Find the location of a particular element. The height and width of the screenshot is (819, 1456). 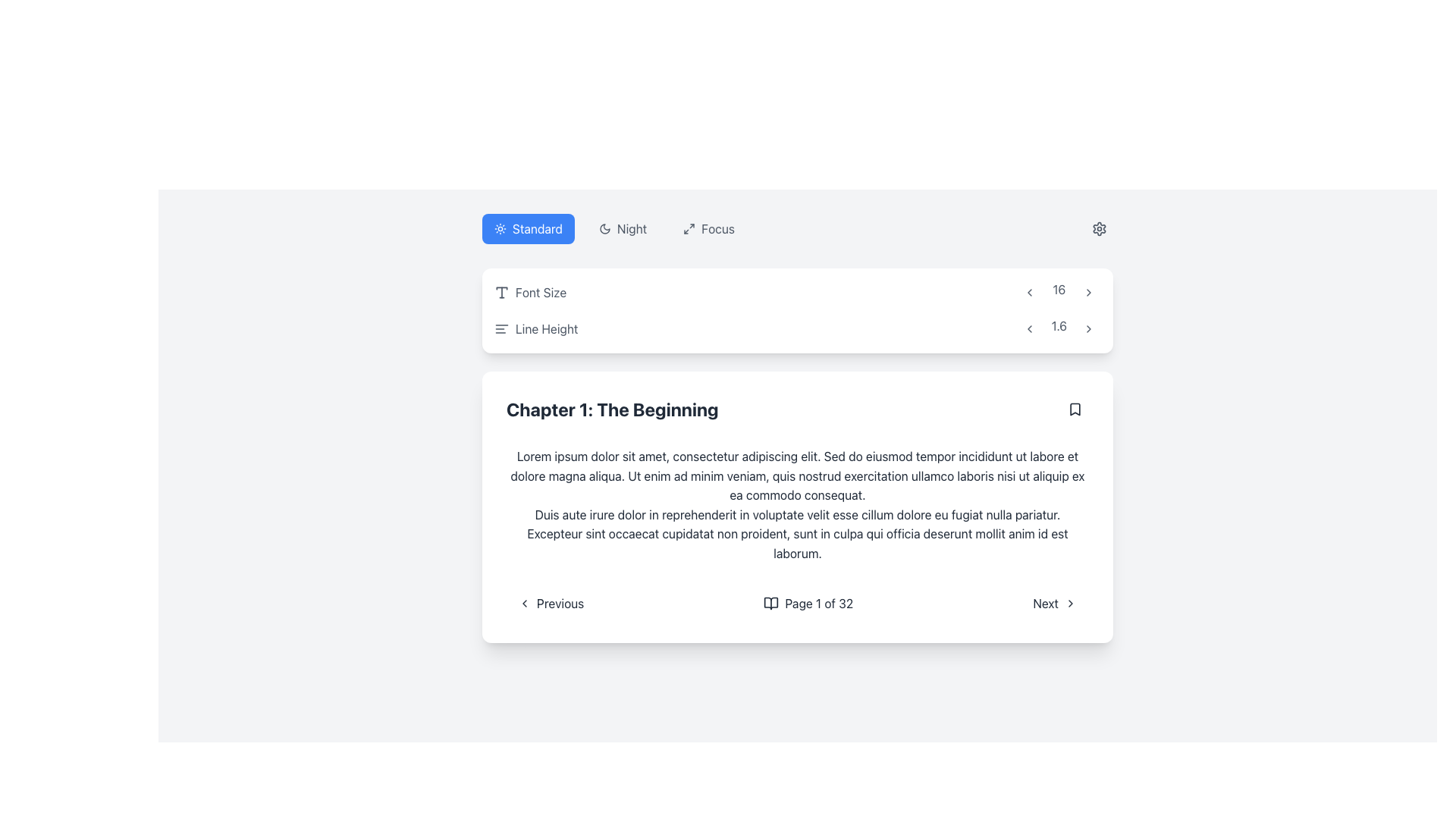

label indicating the font size configuration, located at the top left of the settings section, above the 'Line Height' element is located at coordinates (530, 292).